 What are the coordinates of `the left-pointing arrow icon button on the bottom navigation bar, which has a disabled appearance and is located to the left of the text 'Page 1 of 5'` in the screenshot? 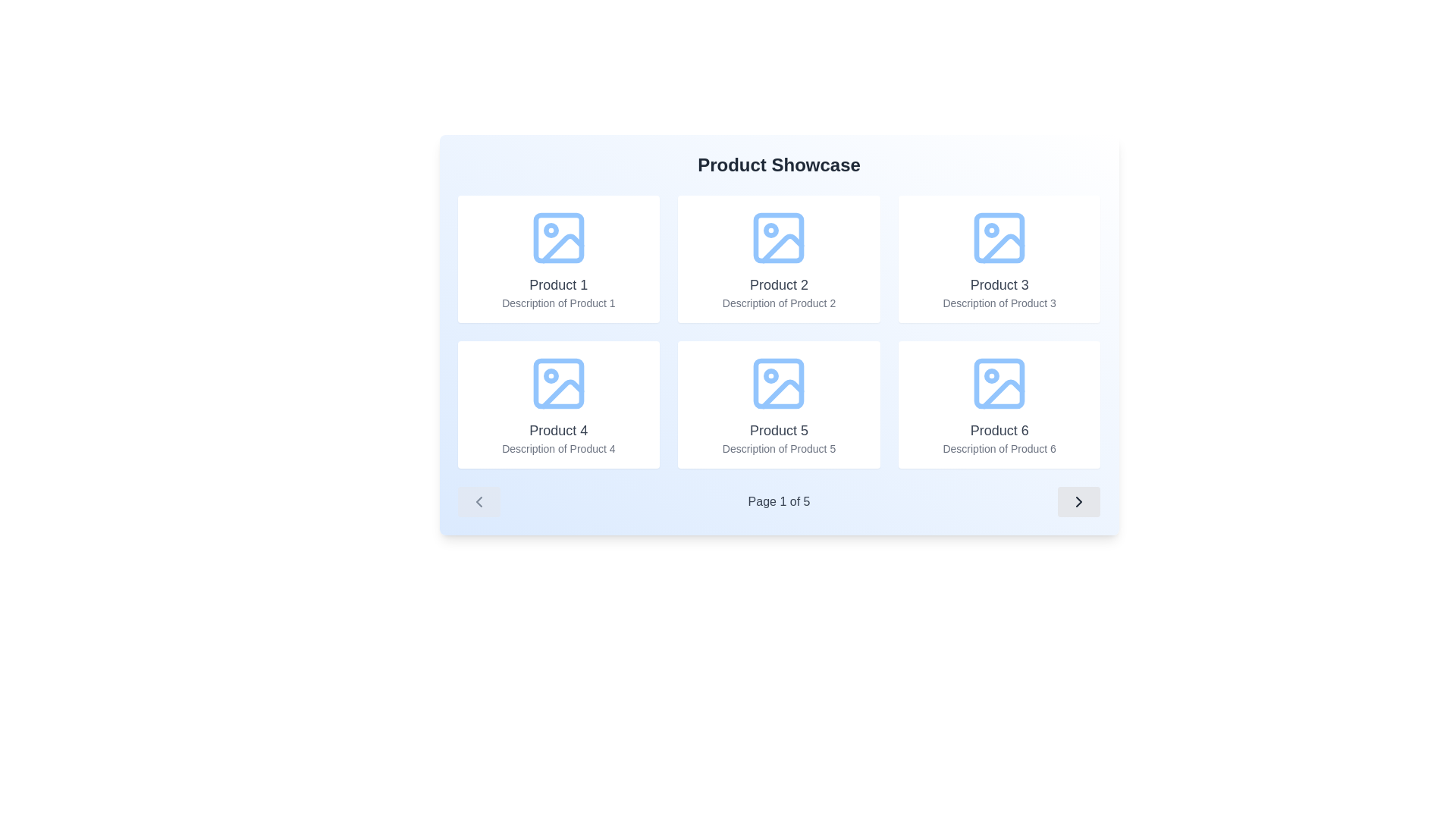 It's located at (478, 502).